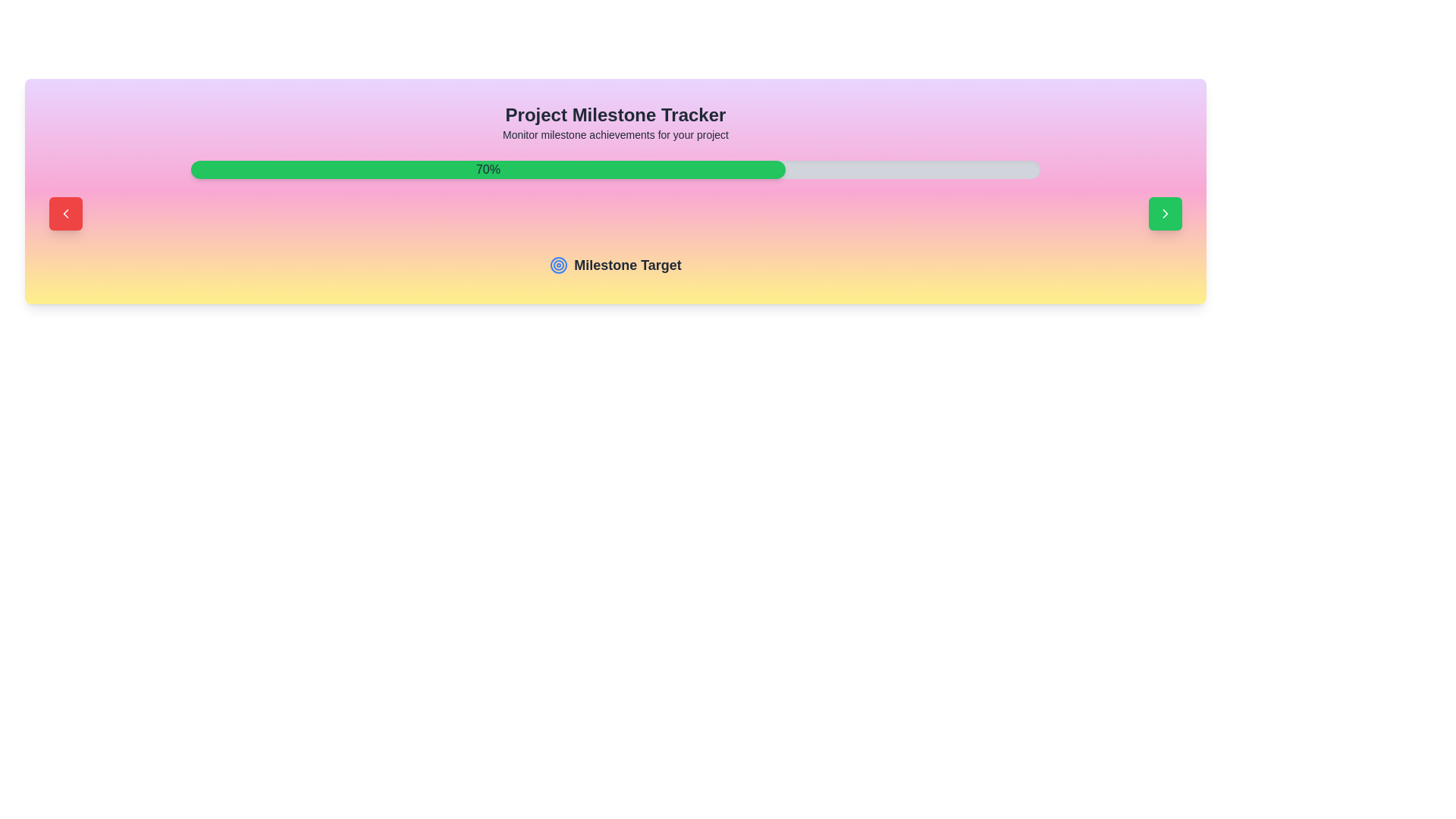  I want to click on the middle circle of the target-shaped SVG icon that represents the milestone's central target, located centrally below a progress bar and near the label 'Milestone Target', so click(558, 265).